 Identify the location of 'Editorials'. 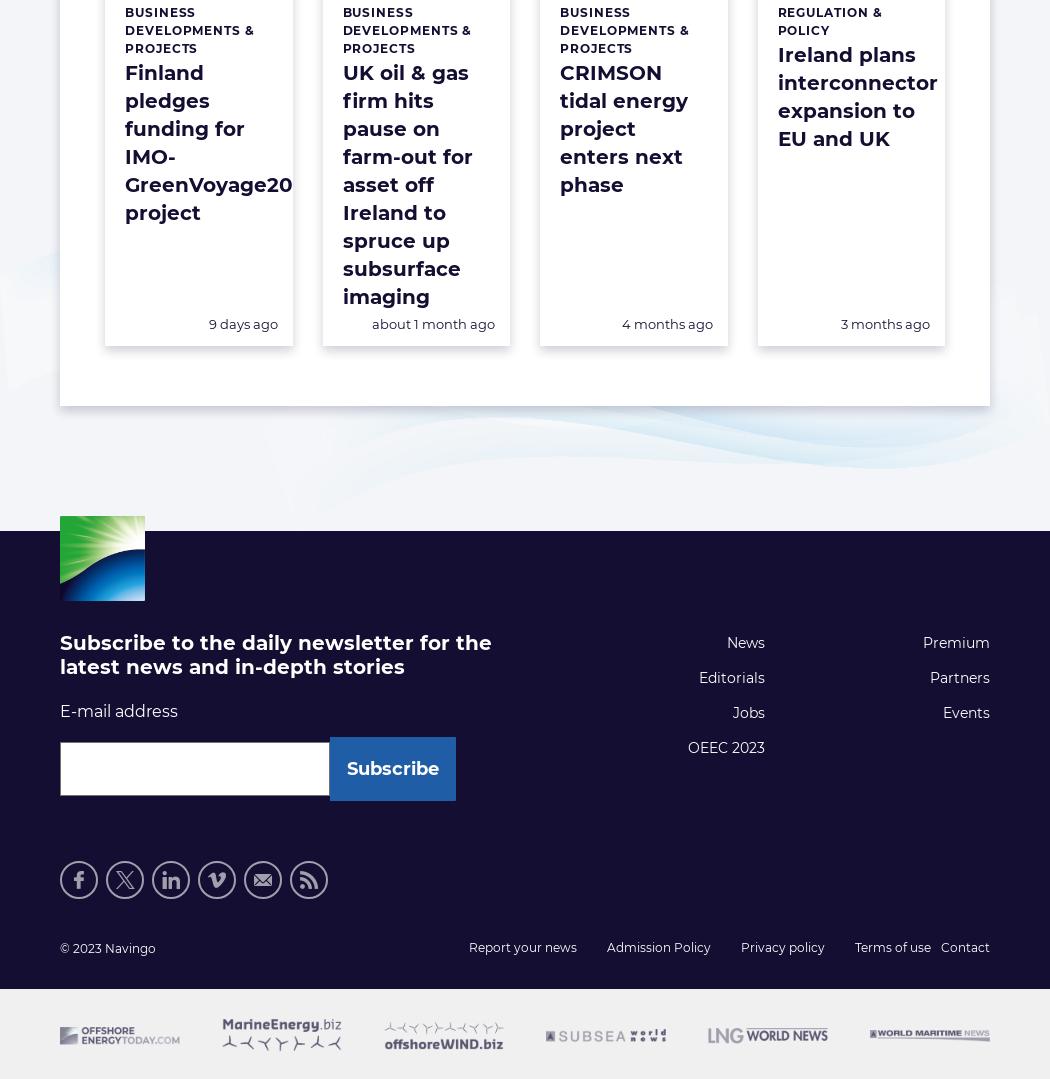
(730, 678).